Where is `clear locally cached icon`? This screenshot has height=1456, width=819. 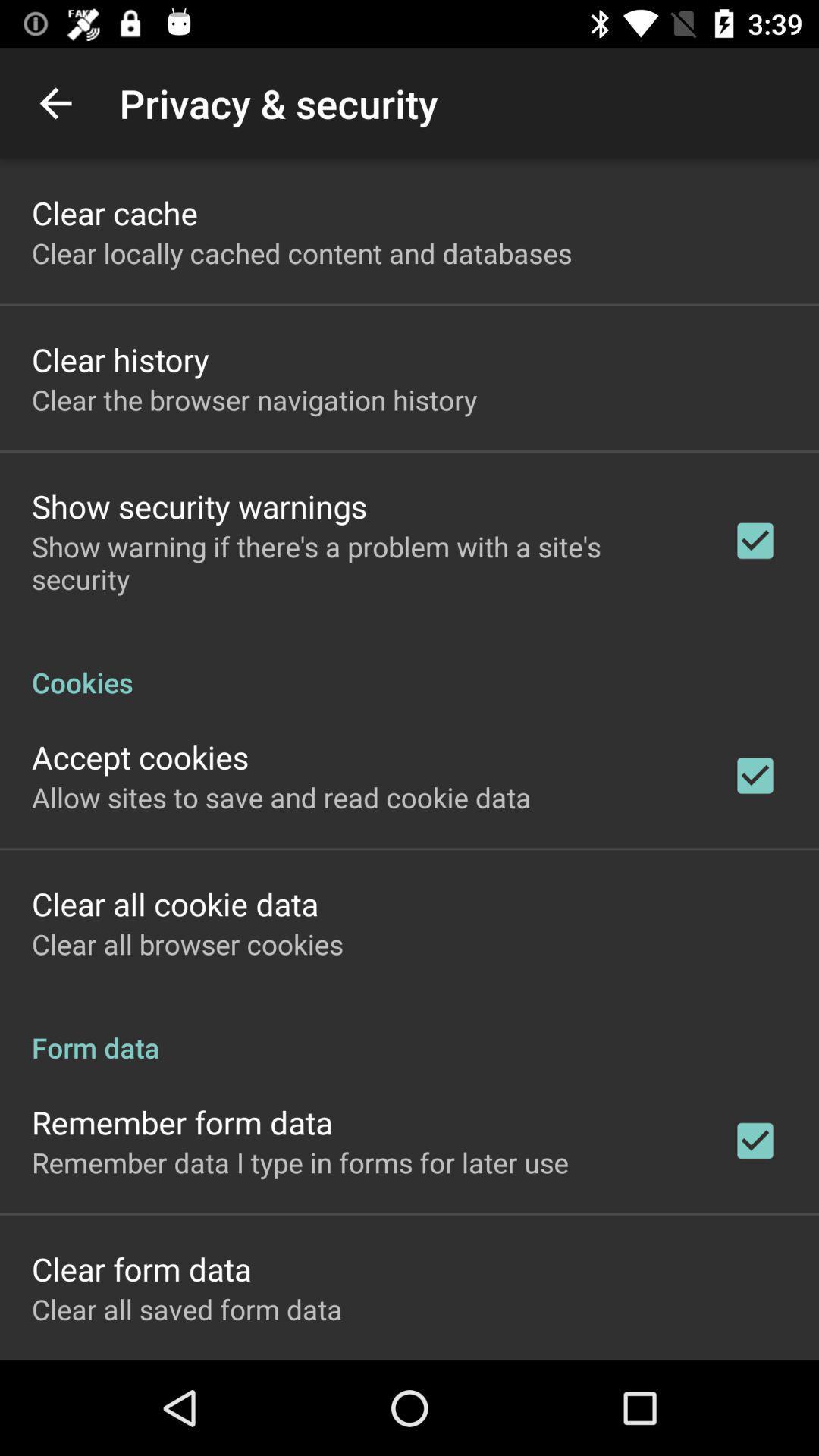
clear locally cached icon is located at coordinates (302, 253).